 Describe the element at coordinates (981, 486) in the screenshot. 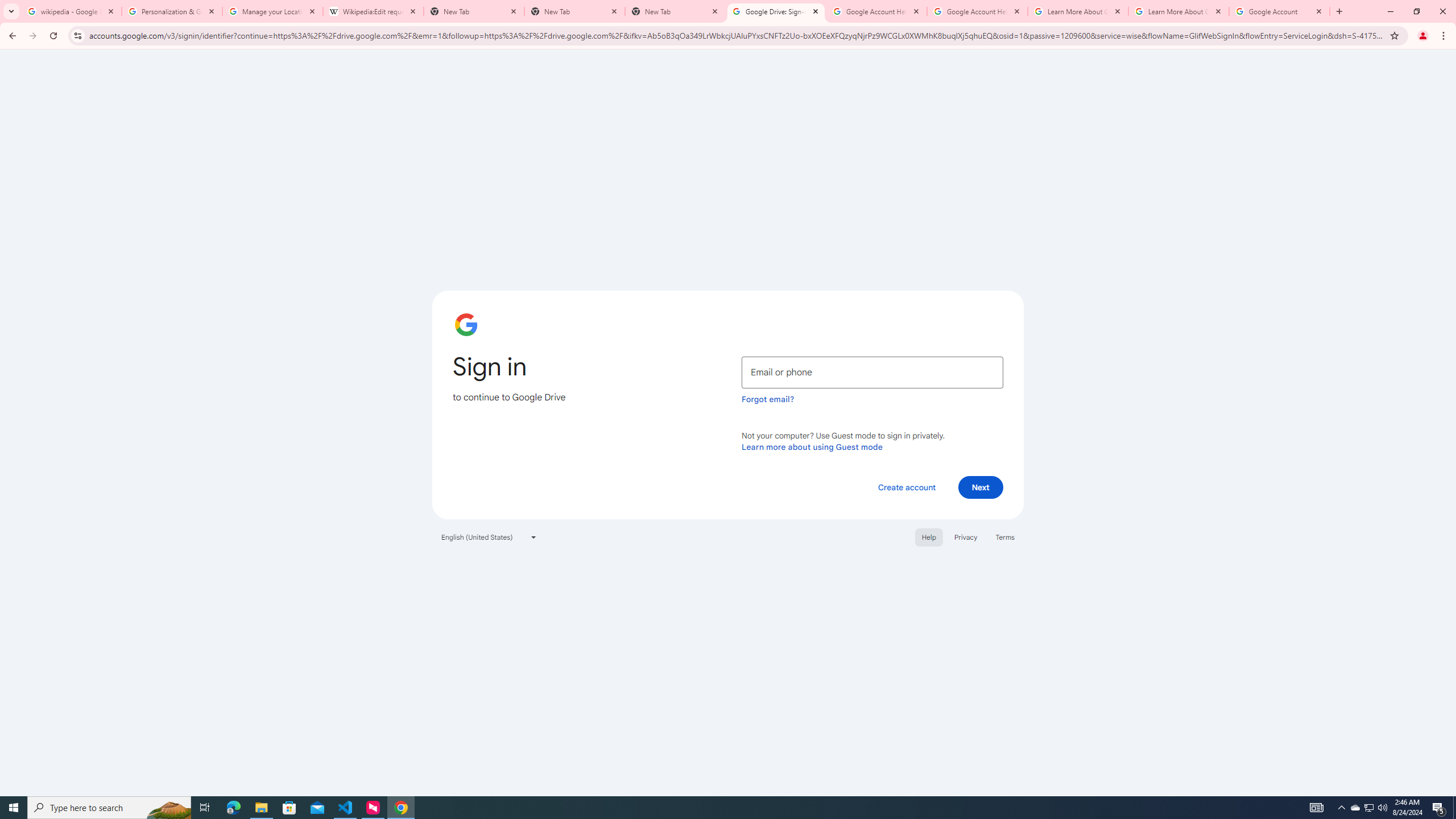

I see `'Next'` at that location.